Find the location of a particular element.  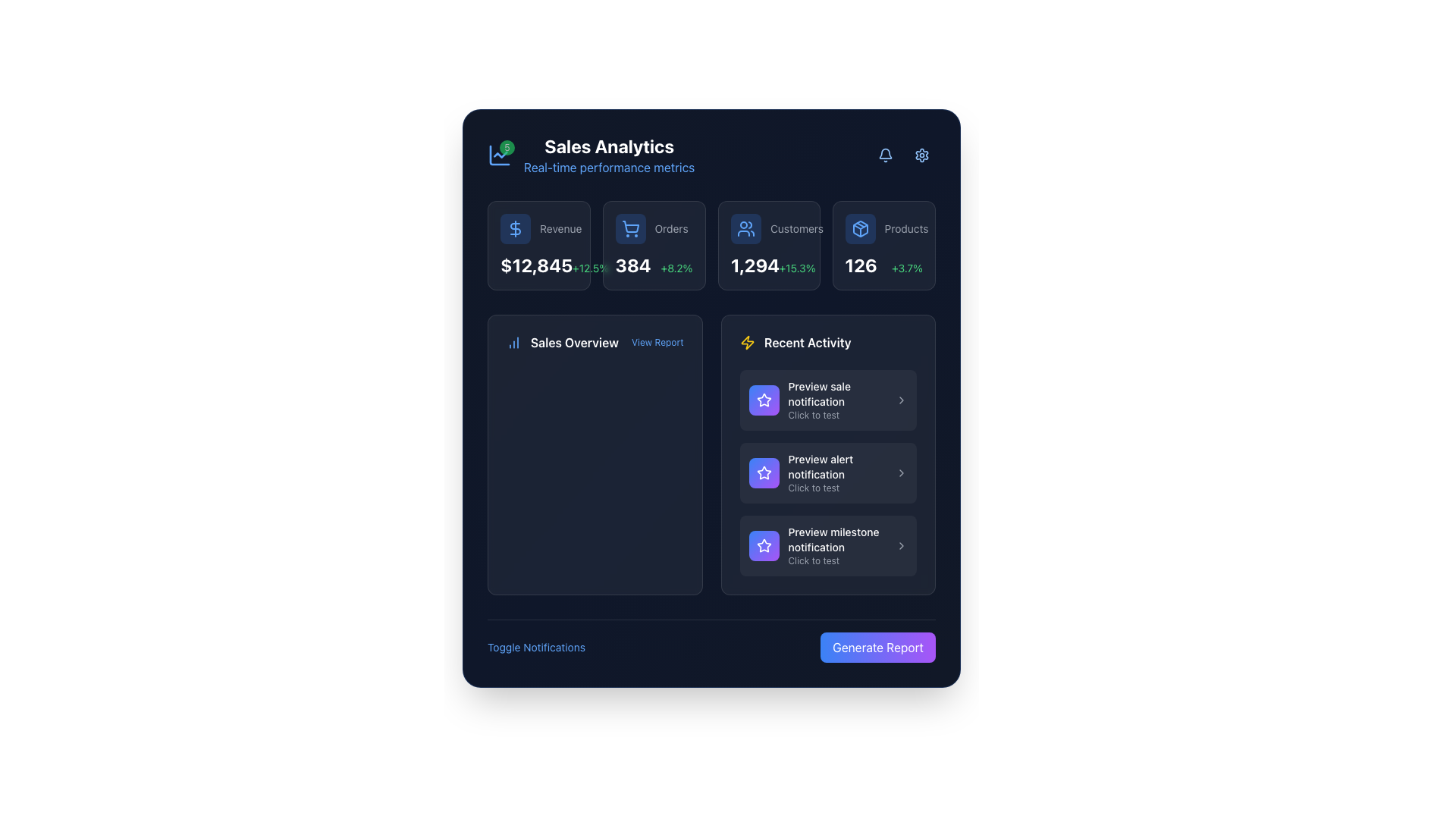

the icon in the top-right corner of the Recent Activity section, which serves as a label or title is located at coordinates (827, 342).